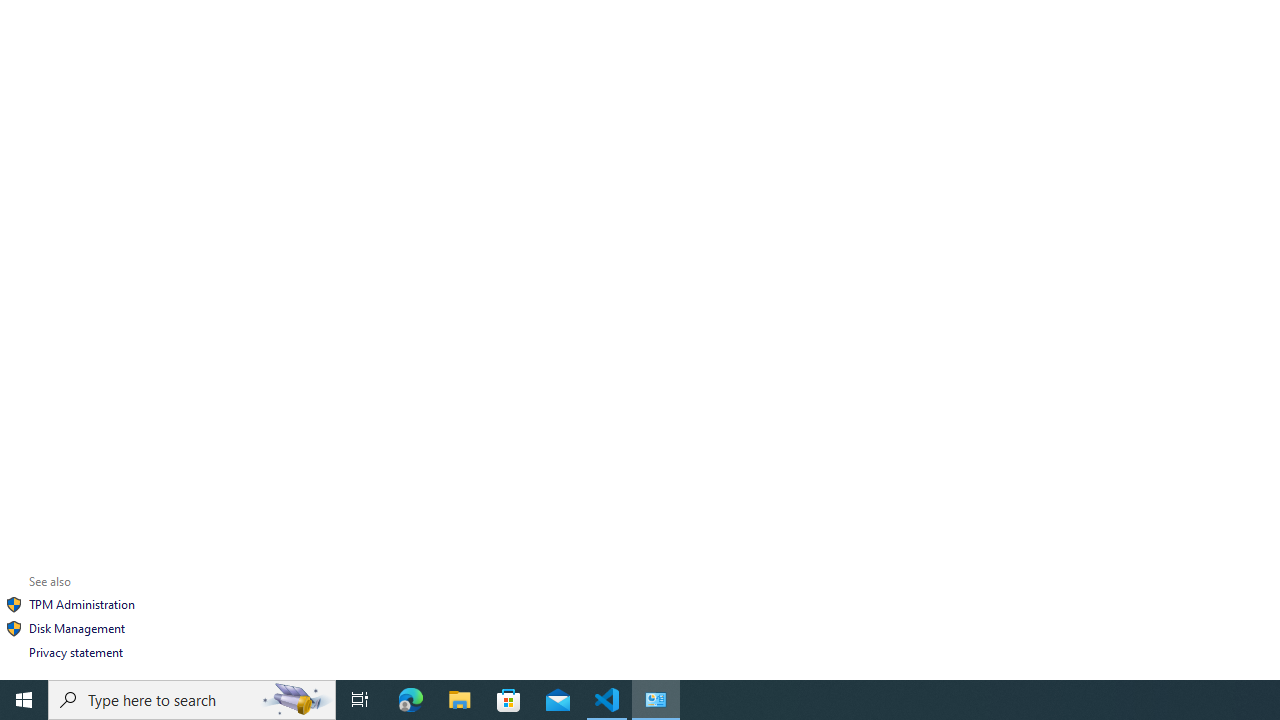  Describe the element at coordinates (80, 603) in the screenshot. I see `'TPM Administration'` at that location.